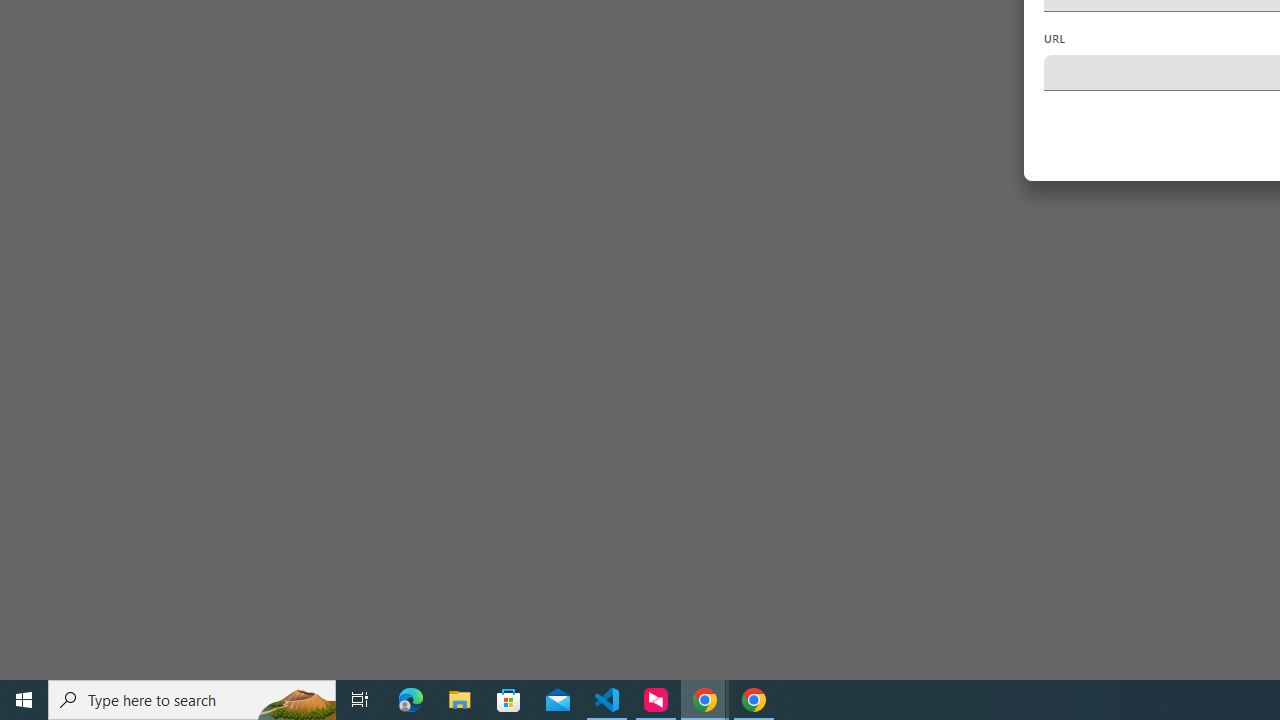 Image resolution: width=1280 pixels, height=720 pixels. What do you see at coordinates (359, 698) in the screenshot?
I see `'Task View'` at bounding box center [359, 698].